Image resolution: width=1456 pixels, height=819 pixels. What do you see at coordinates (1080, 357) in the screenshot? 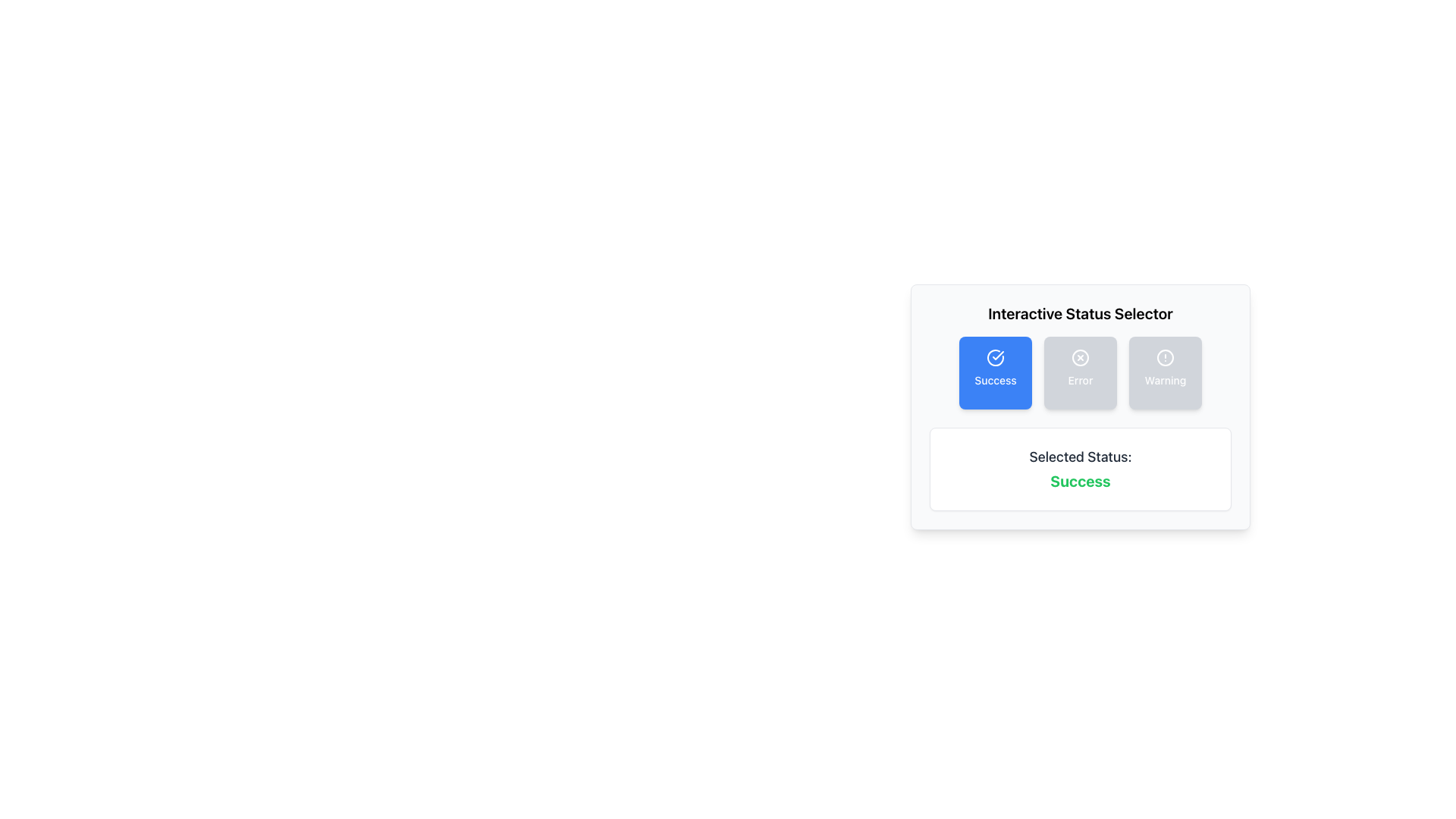
I see `the SVG circle element representing the 'Error' status option in the 'Interactive Status Selector' interface` at bounding box center [1080, 357].